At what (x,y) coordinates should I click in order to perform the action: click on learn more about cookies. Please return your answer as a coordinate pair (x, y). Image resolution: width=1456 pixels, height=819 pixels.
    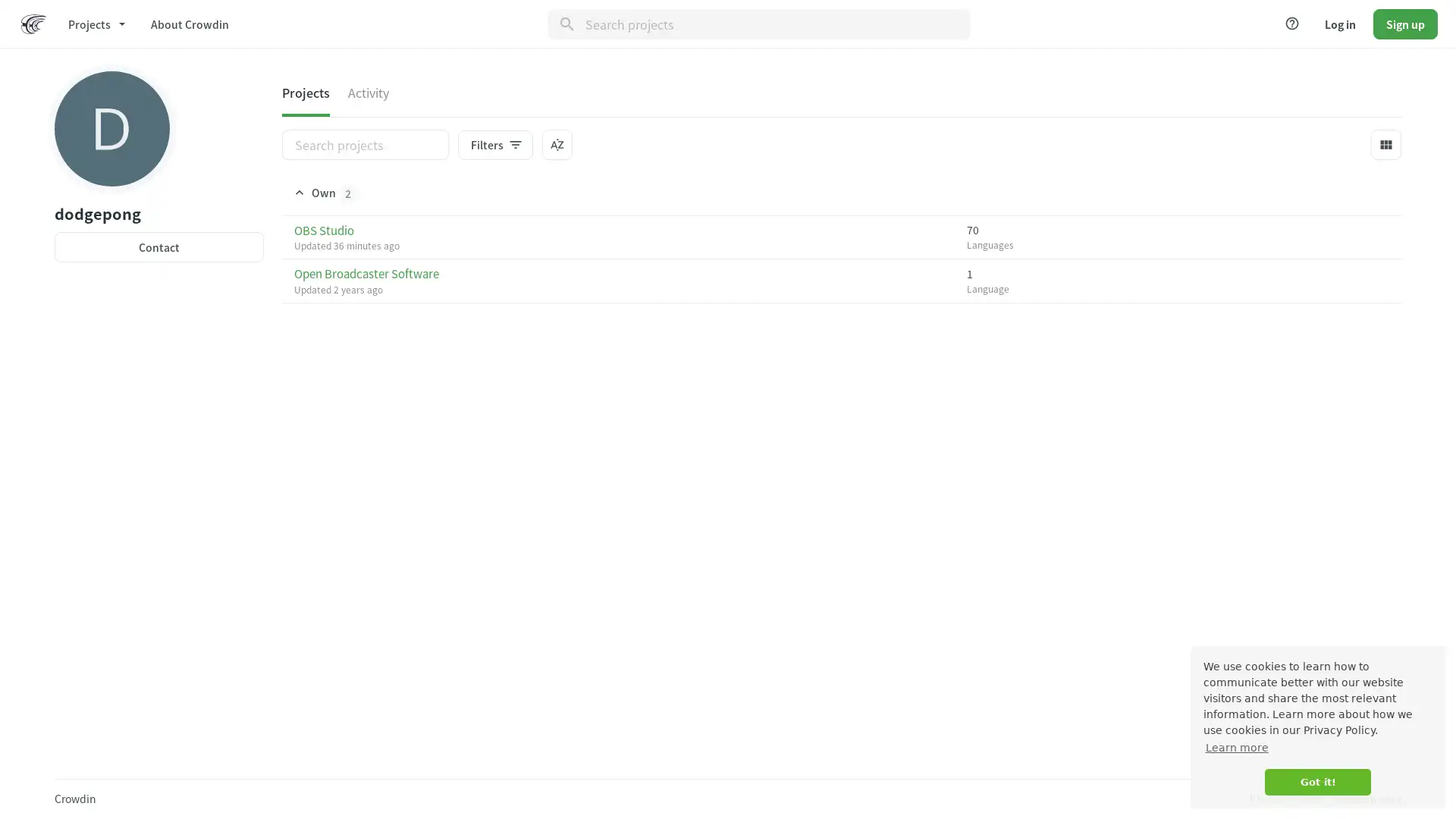
    Looking at the image, I should click on (1236, 747).